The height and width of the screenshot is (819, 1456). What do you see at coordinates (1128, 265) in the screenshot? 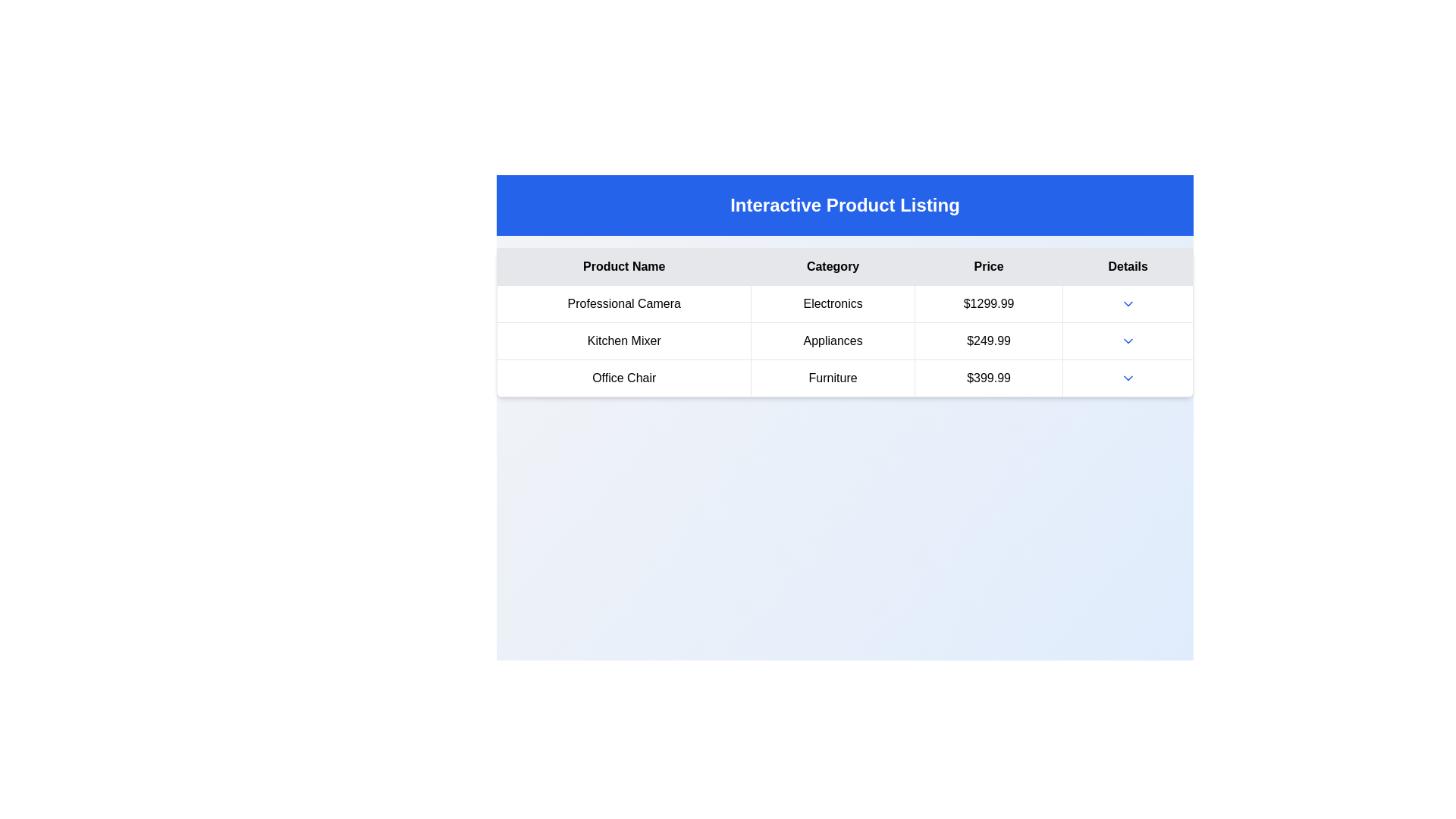
I see `the 'Details' table header, which is the fourth column header in the table with a light gray background and dark text` at bounding box center [1128, 265].